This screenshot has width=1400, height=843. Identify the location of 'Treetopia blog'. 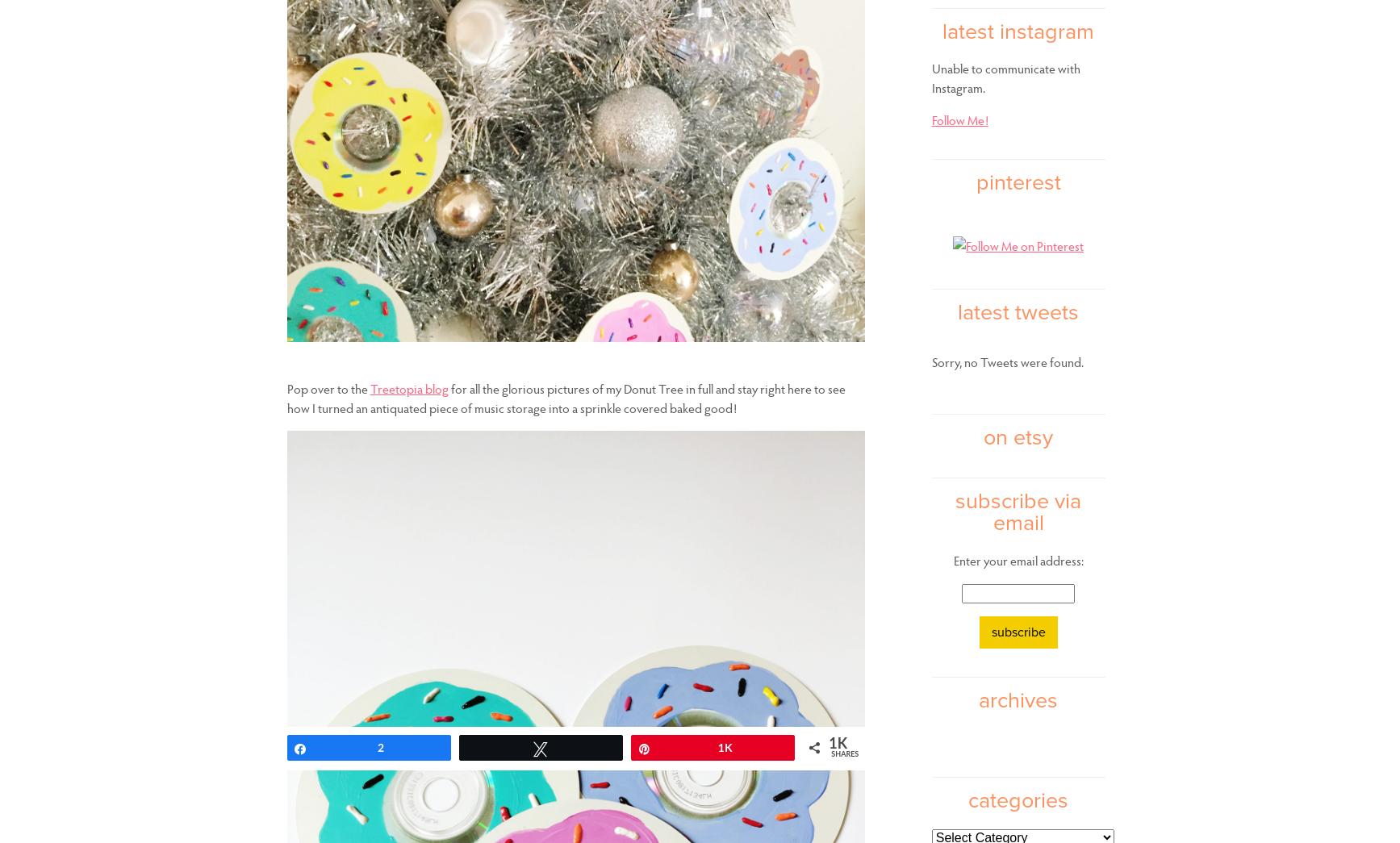
(408, 386).